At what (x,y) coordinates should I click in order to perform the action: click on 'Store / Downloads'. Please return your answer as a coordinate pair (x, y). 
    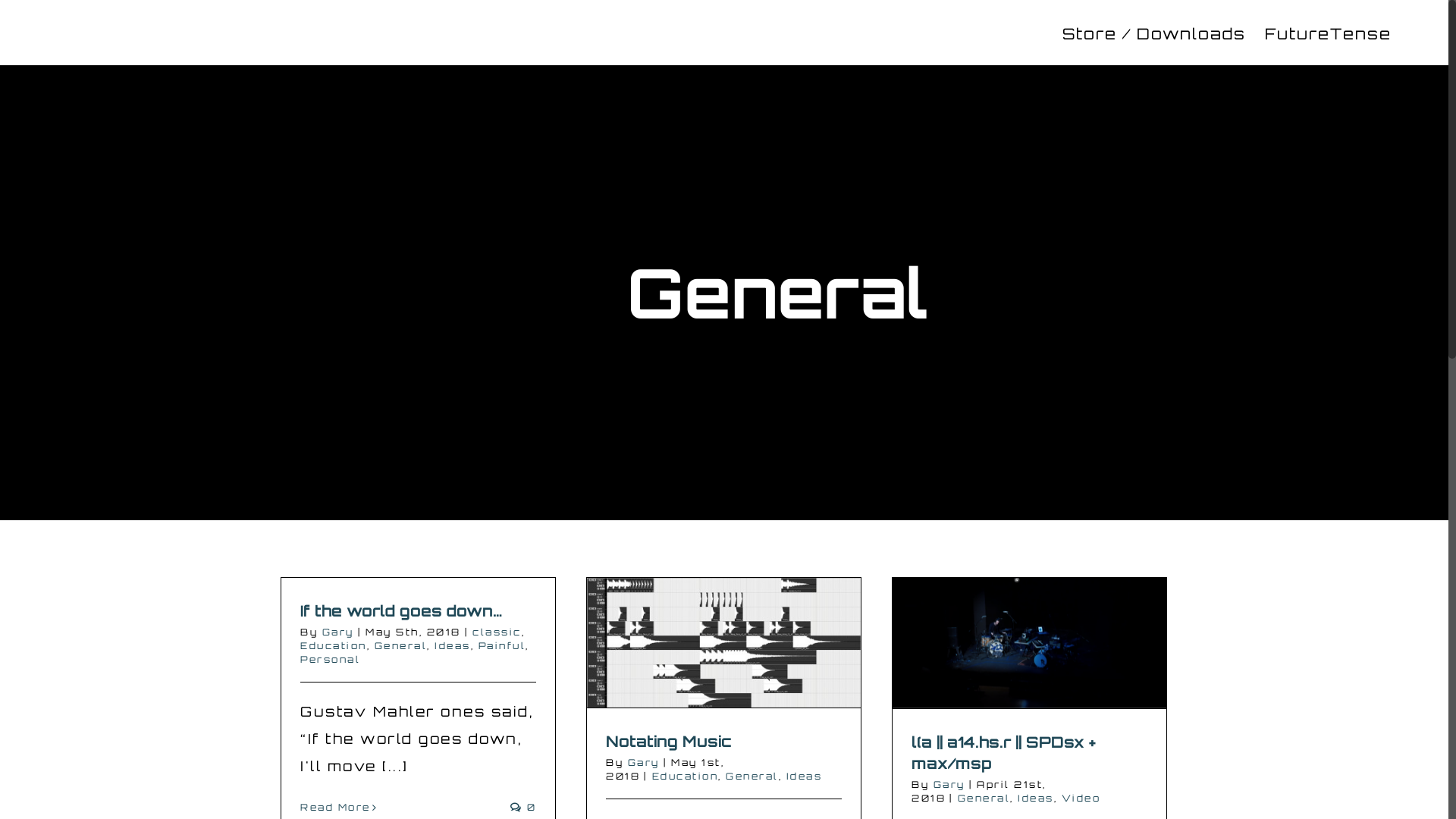
    Looking at the image, I should click on (1153, 32).